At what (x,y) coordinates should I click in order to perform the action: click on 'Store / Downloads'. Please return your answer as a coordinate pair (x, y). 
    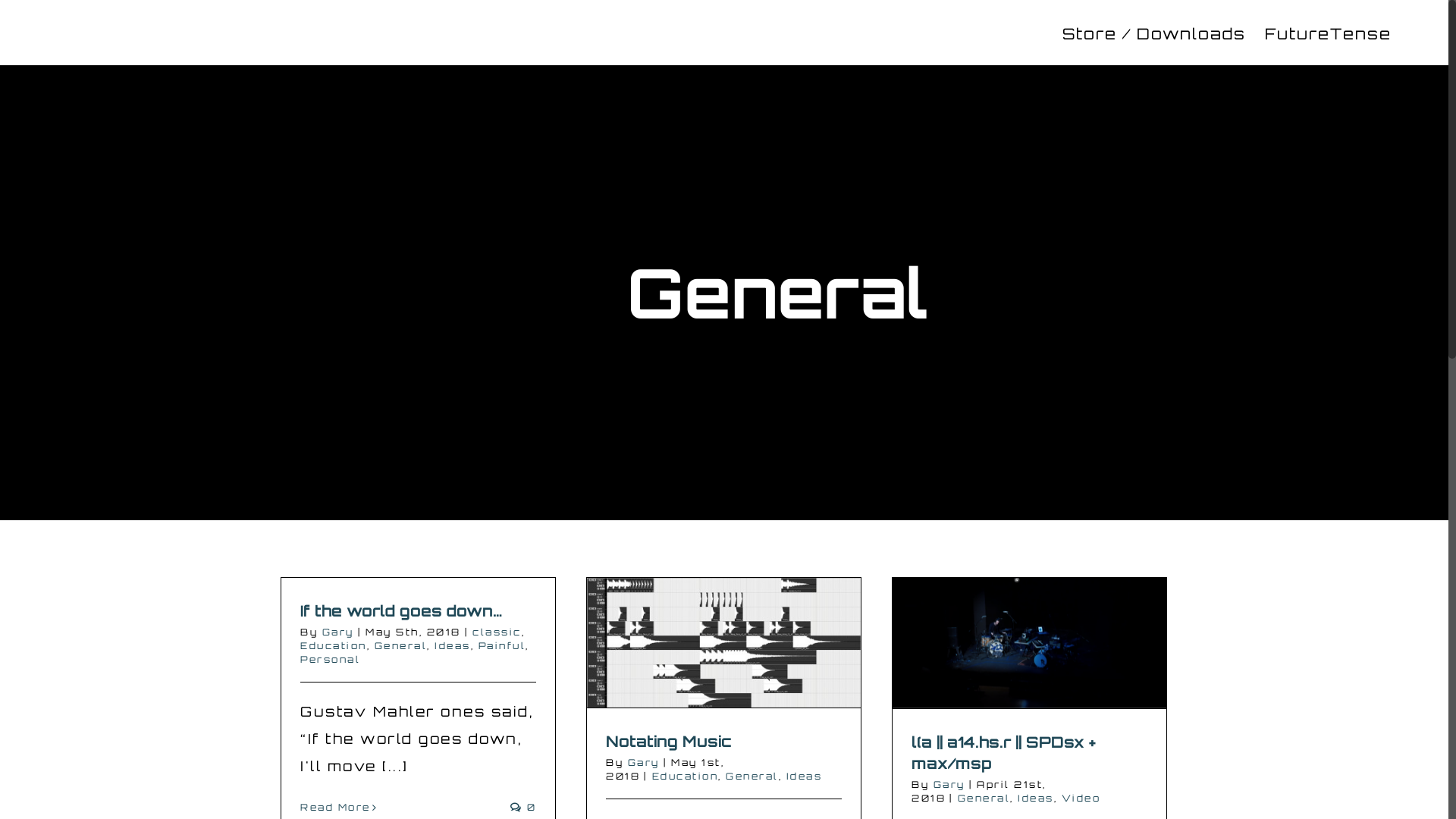
    Looking at the image, I should click on (1153, 32).